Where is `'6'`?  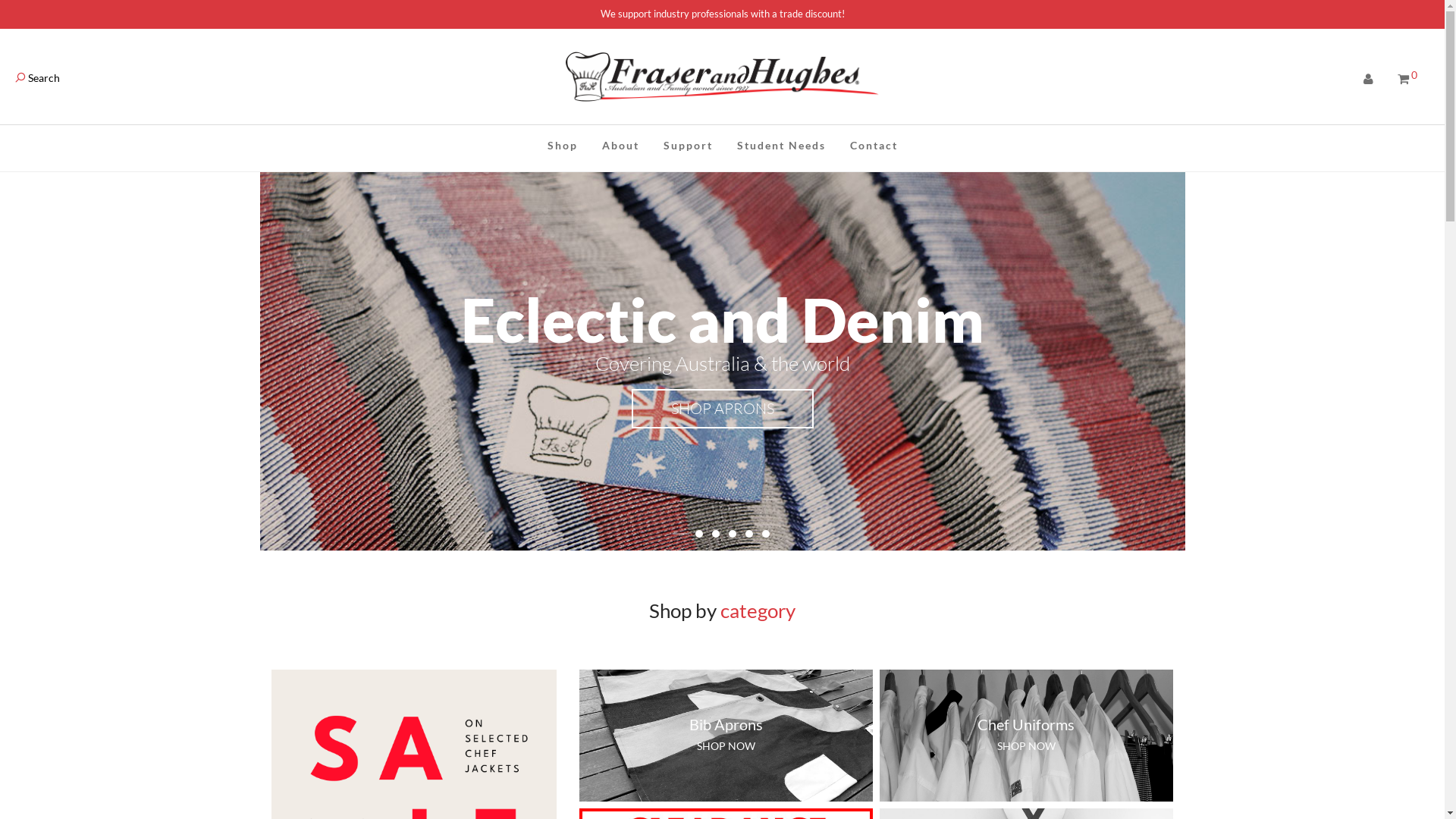 '6' is located at coordinates (764, 533).